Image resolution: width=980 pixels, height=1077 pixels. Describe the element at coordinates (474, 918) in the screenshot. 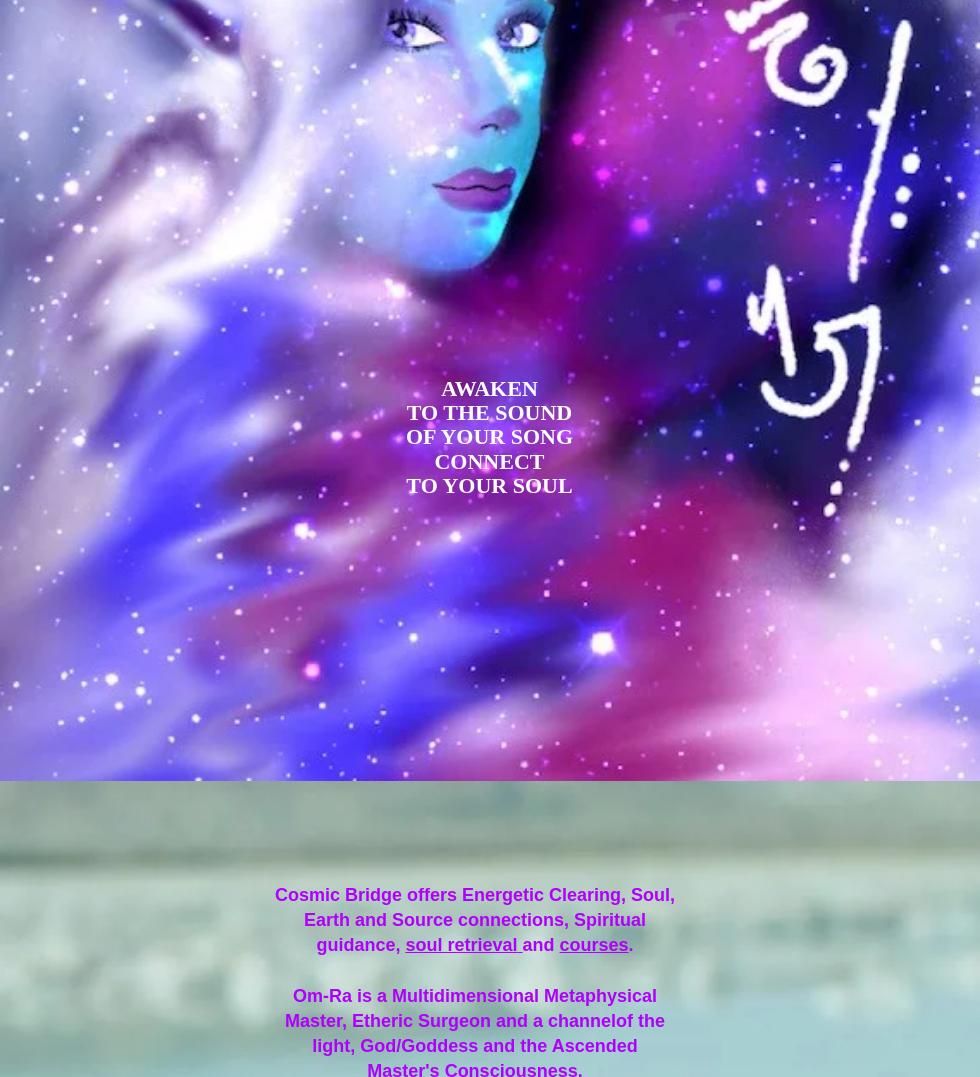

I see `'Cosmic Bridge offers Energetic Clearing, Soul, Earth and Source connections, Spiritual guidance,'` at that location.